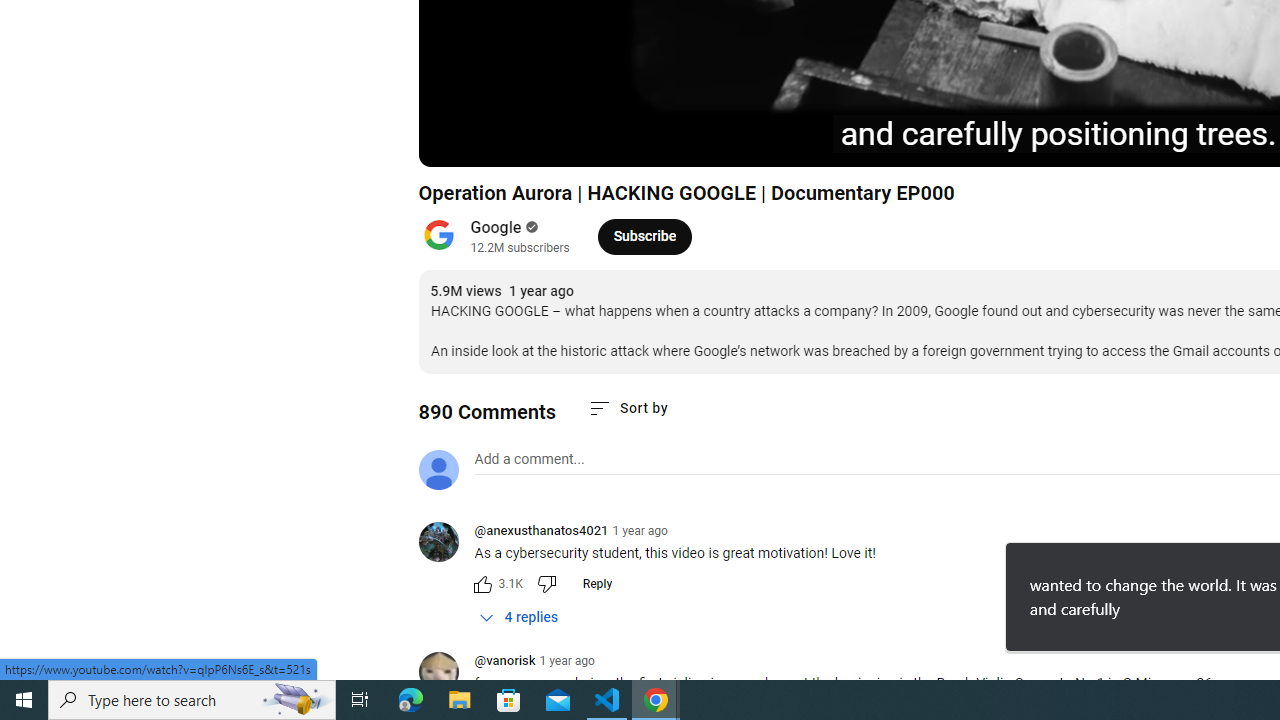  What do you see at coordinates (482, 583) in the screenshot?
I see `'Like this comment along with 3.1K other people'` at bounding box center [482, 583].